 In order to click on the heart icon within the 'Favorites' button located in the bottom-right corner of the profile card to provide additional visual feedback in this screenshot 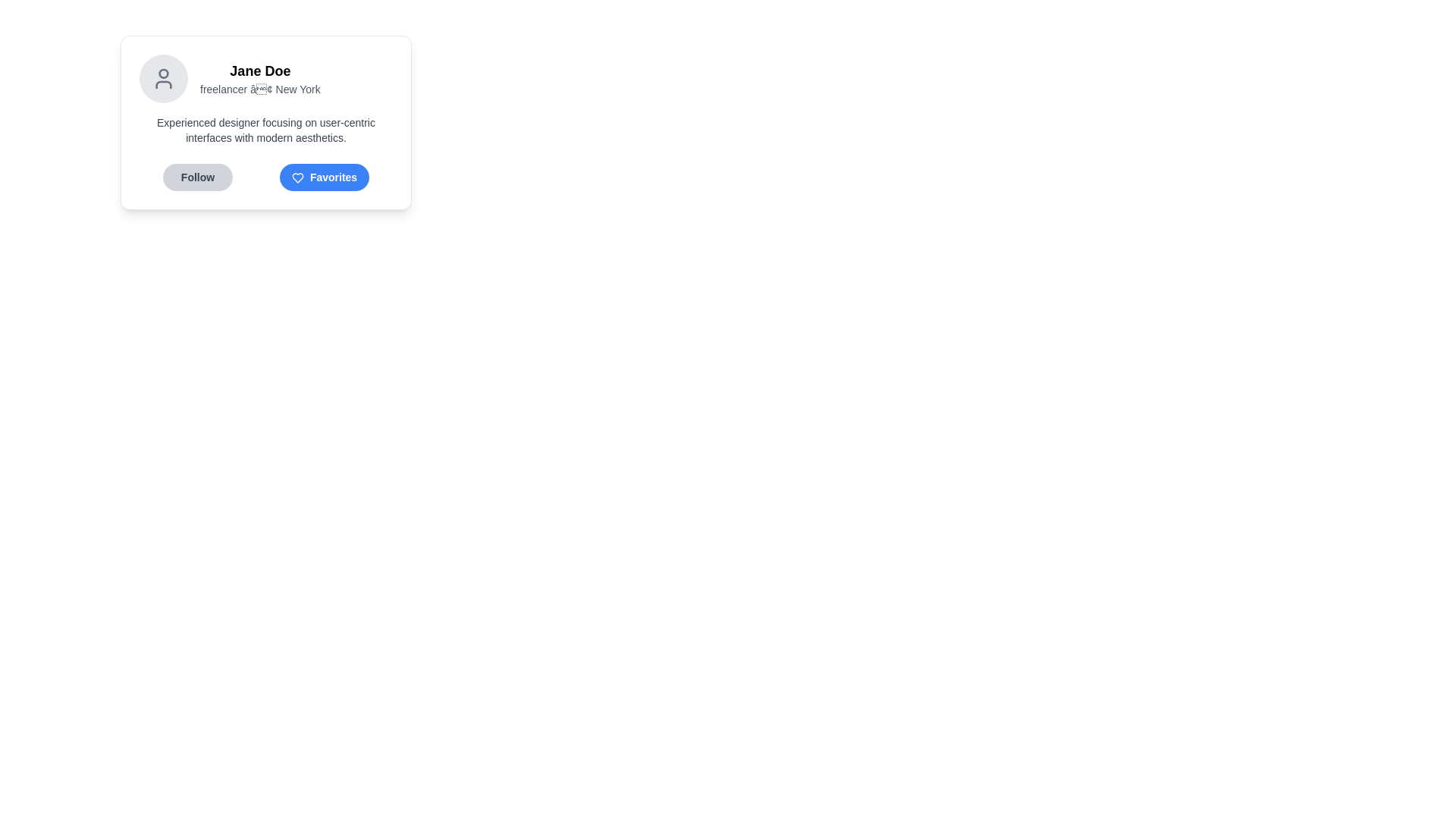, I will do `click(297, 177)`.